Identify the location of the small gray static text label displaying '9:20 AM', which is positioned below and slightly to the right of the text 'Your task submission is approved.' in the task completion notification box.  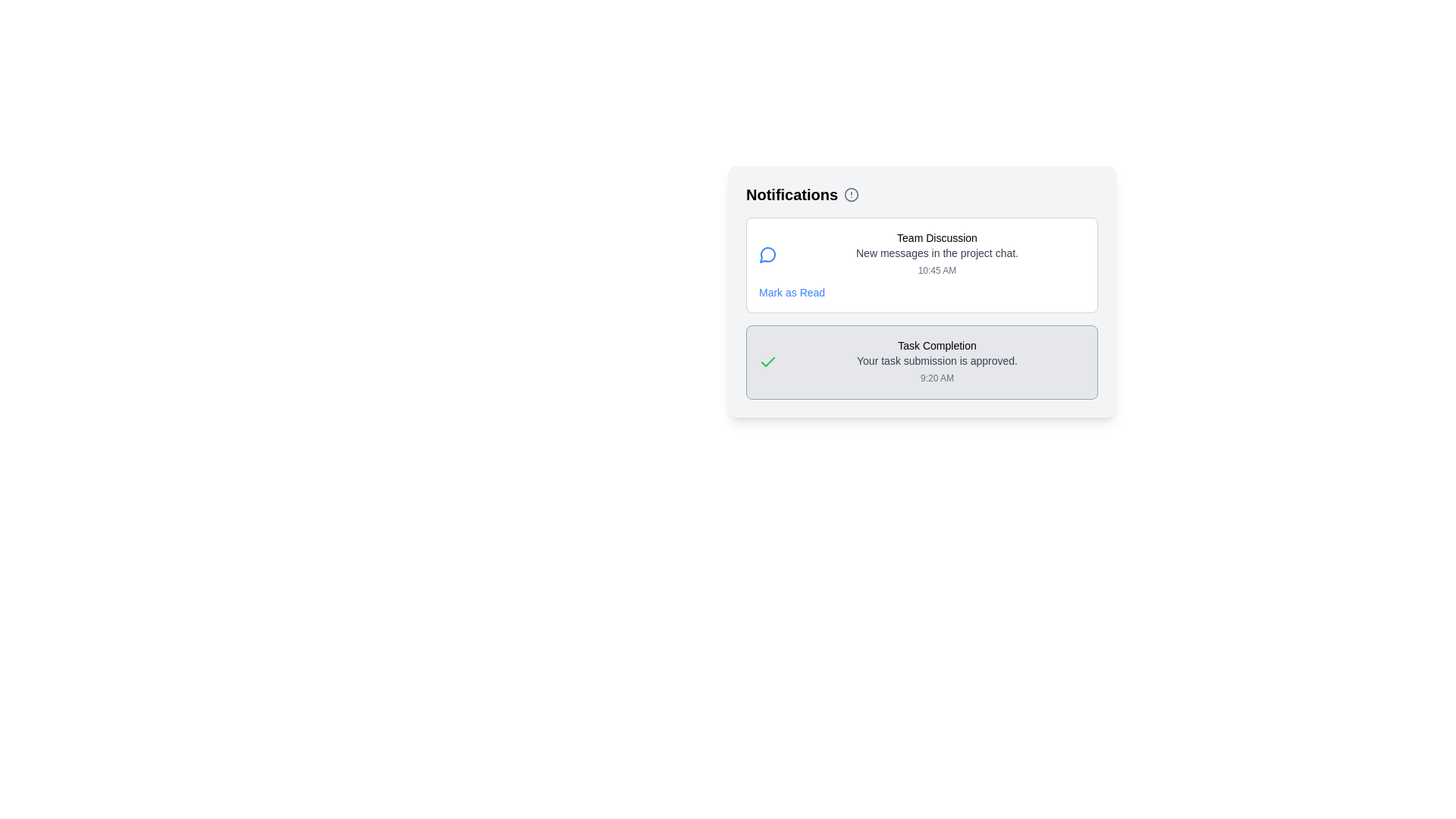
(937, 377).